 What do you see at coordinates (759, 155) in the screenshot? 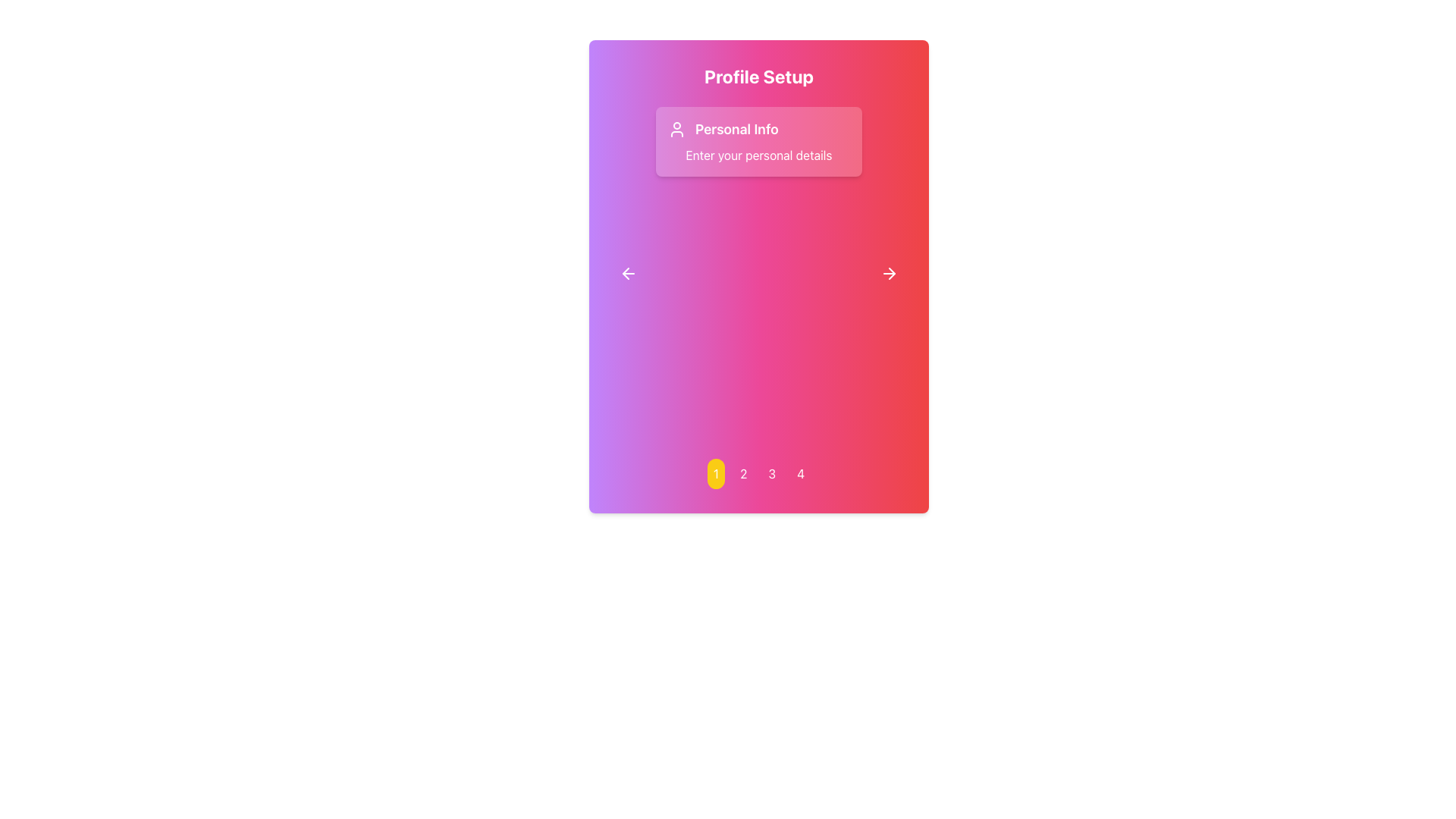
I see `the static text label that guides users to enter their personal details, located below 'Personal Info' and the accompanying icon` at bounding box center [759, 155].